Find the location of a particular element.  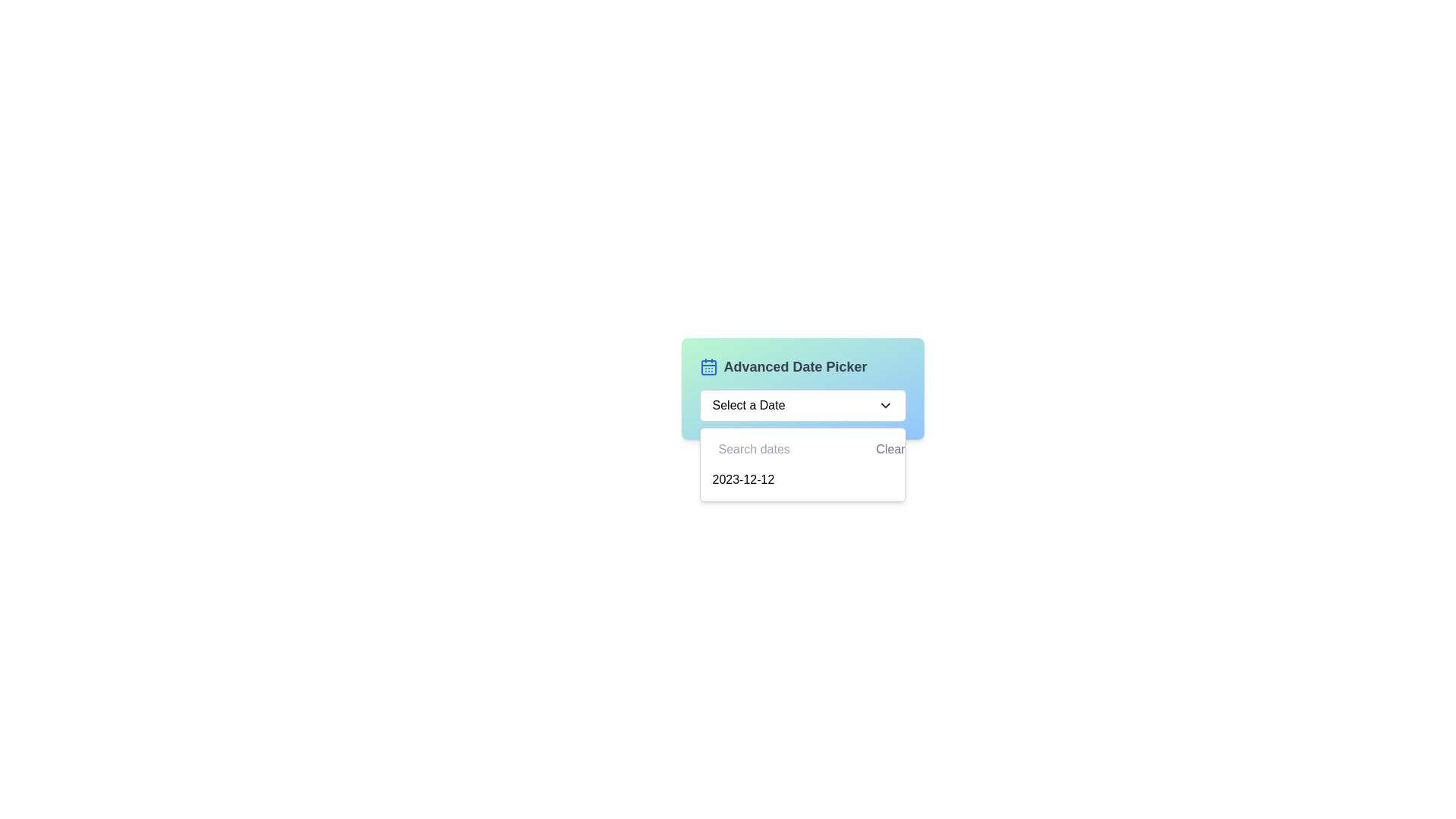

the circular part of the magnifying glass icon, which is a gray outlined SVG element without fill is located at coordinates (720, 450).